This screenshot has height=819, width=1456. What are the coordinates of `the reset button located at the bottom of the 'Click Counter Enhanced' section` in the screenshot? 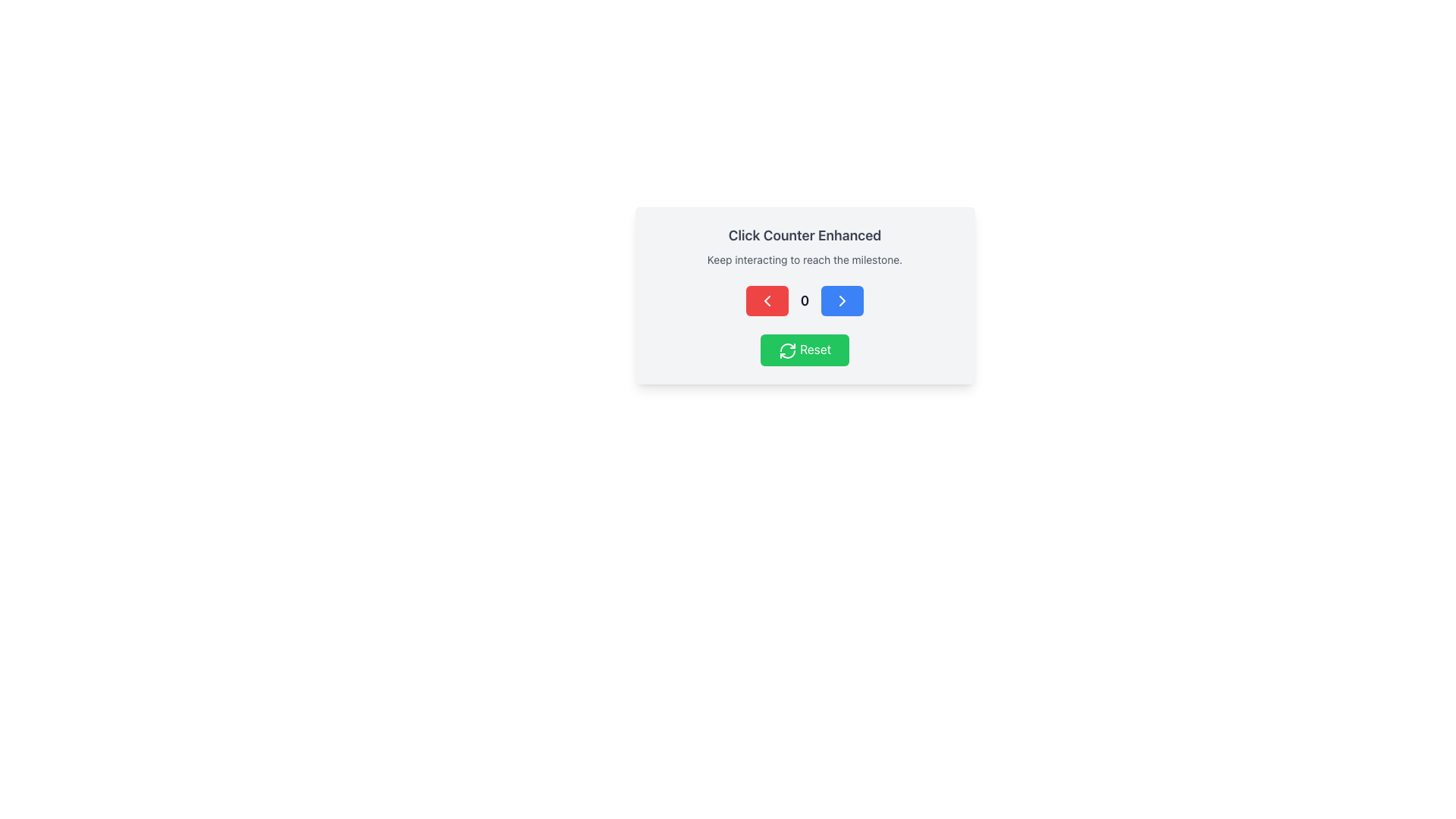 It's located at (804, 350).